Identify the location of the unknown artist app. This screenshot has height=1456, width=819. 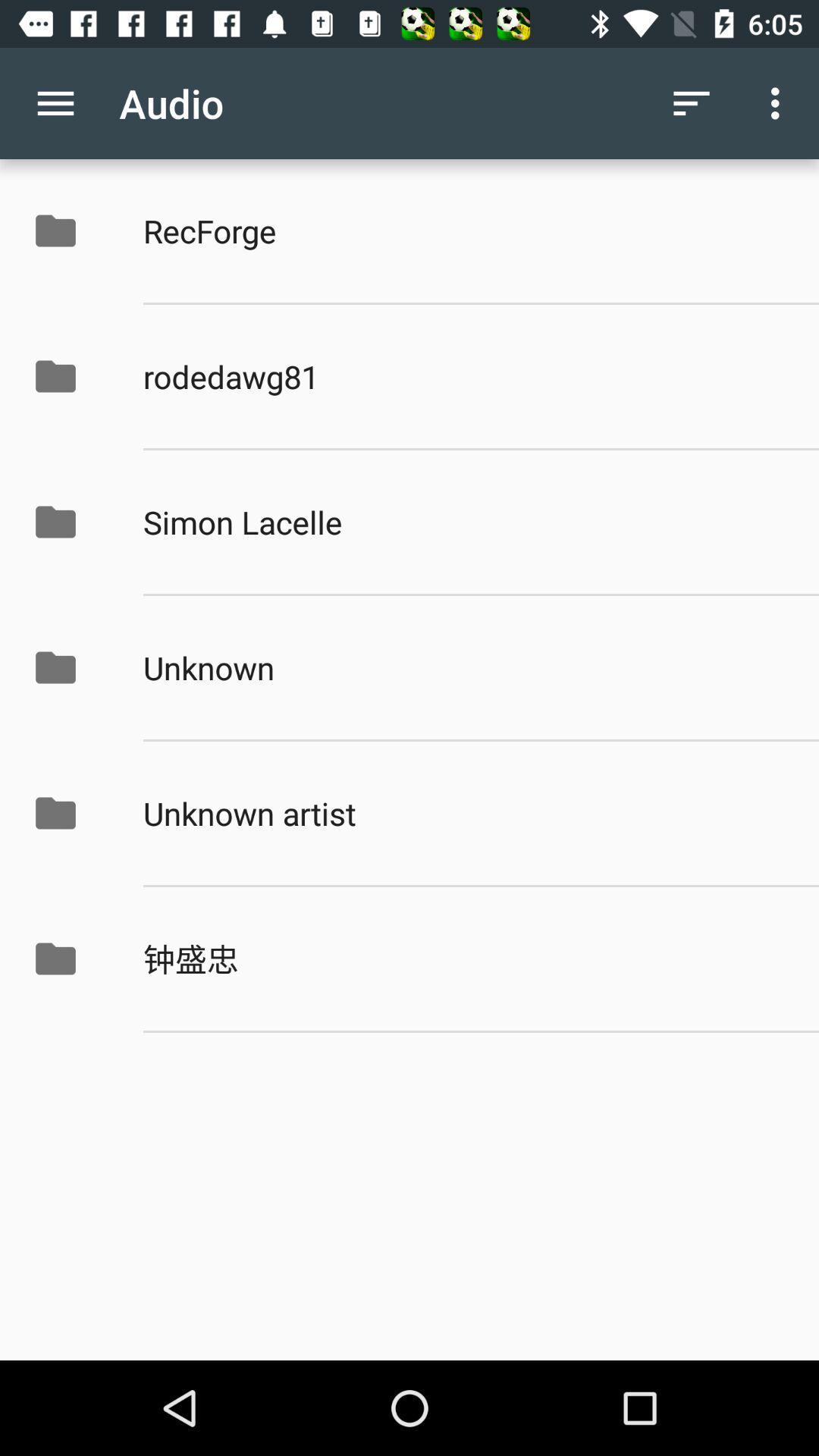
(464, 812).